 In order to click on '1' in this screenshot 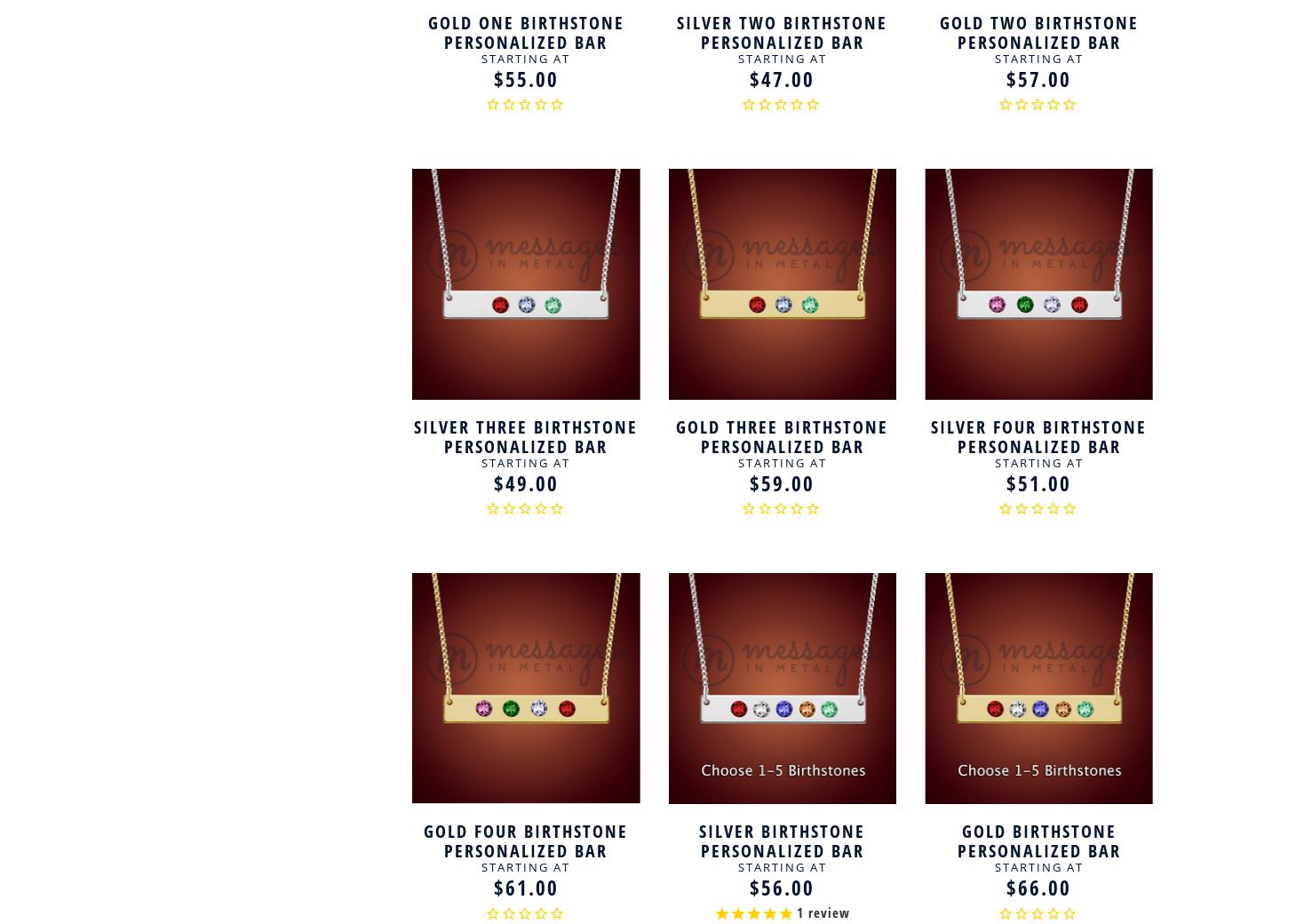, I will do `click(799, 912)`.